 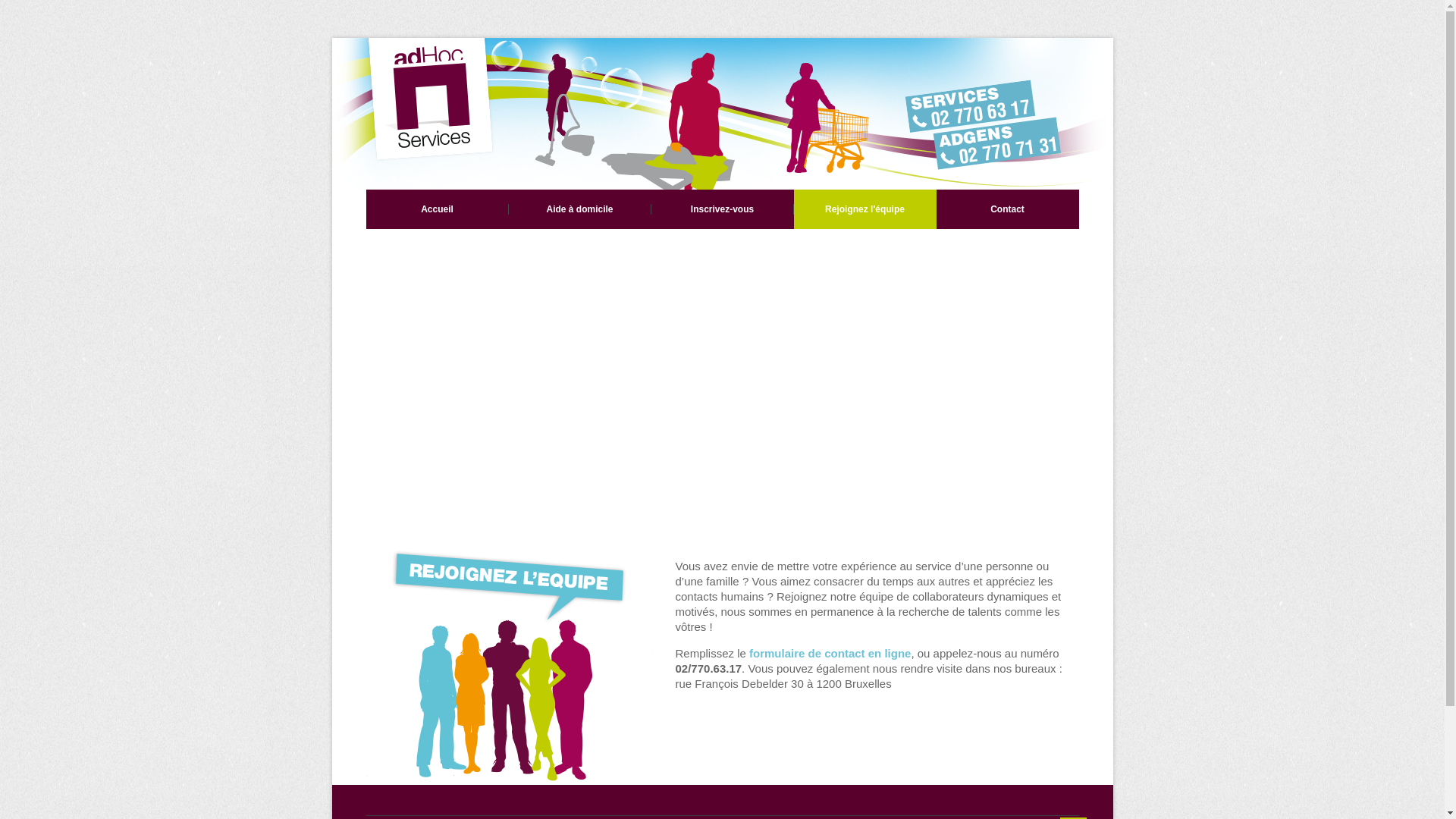 What do you see at coordinates (1007, 209) in the screenshot?
I see `'Contact'` at bounding box center [1007, 209].